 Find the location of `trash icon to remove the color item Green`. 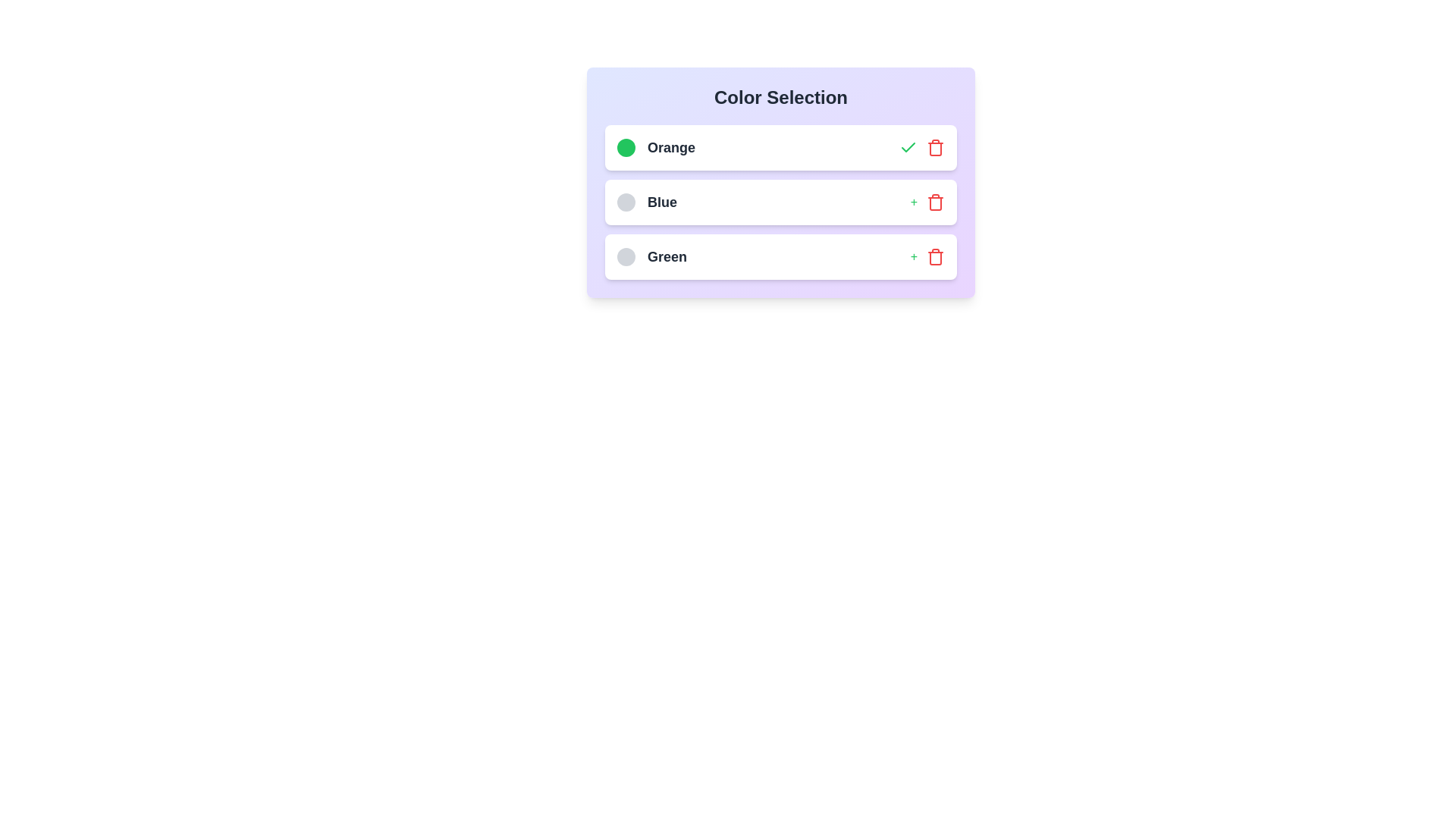

trash icon to remove the color item Green is located at coordinates (934, 256).